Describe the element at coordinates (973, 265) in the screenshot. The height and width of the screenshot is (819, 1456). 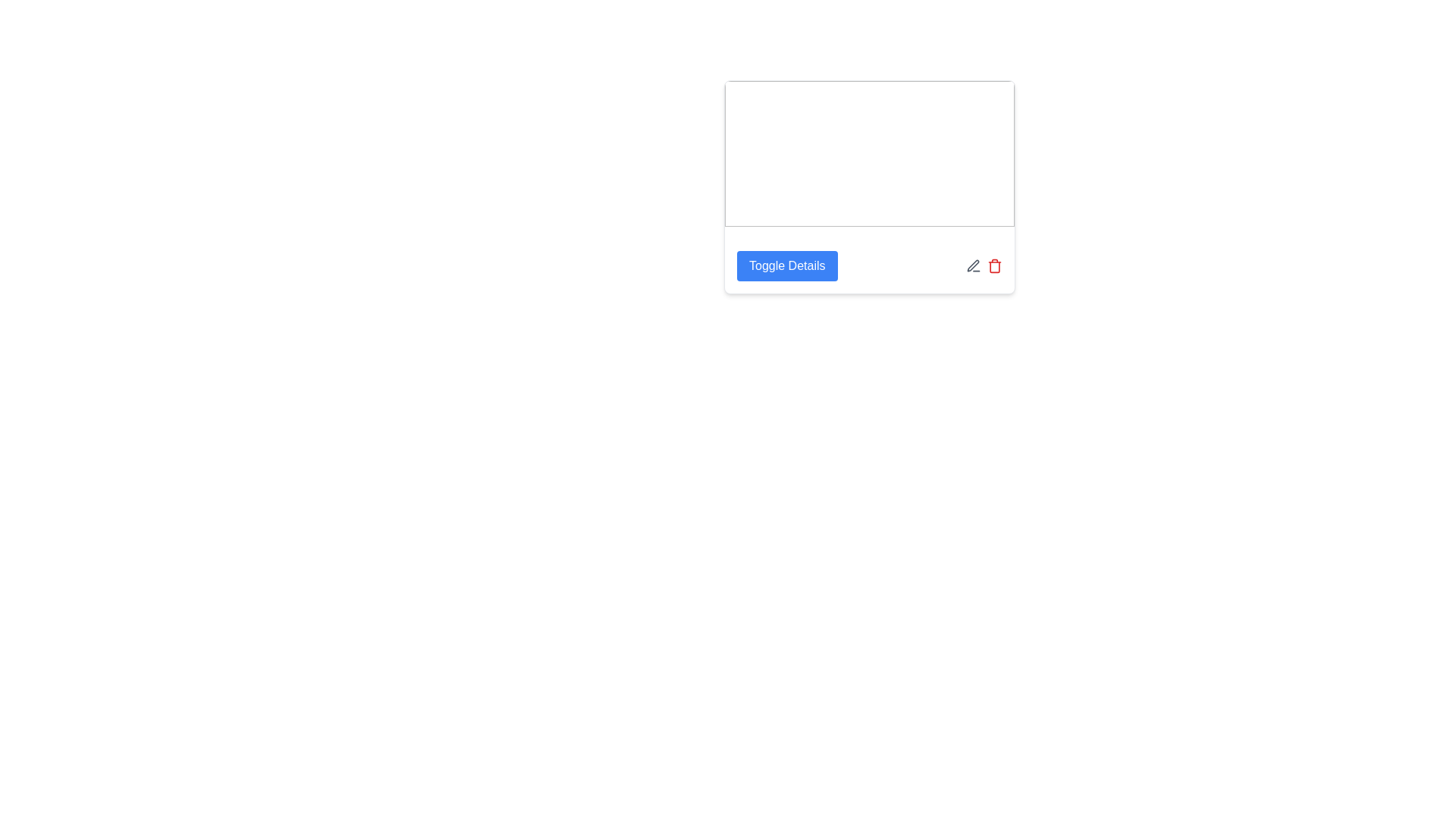
I see `the leftmost icon button near the bottom right corner of a white rectangular box to initiate the editing action on the associated content` at that location.